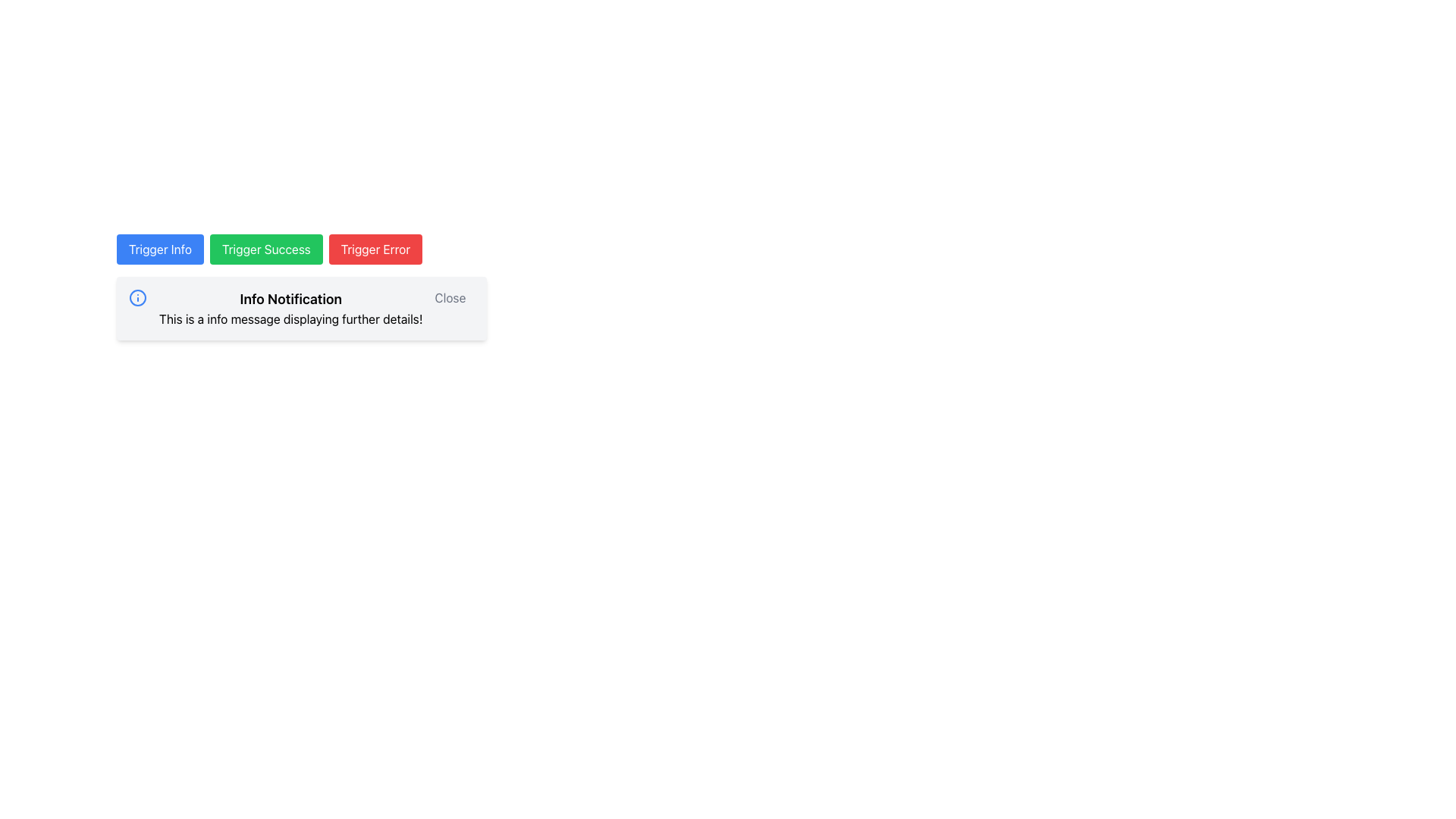  What do you see at coordinates (302, 248) in the screenshot?
I see `the green rectangular button labeled 'Trigger Success'` at bounding box center [302, 248].